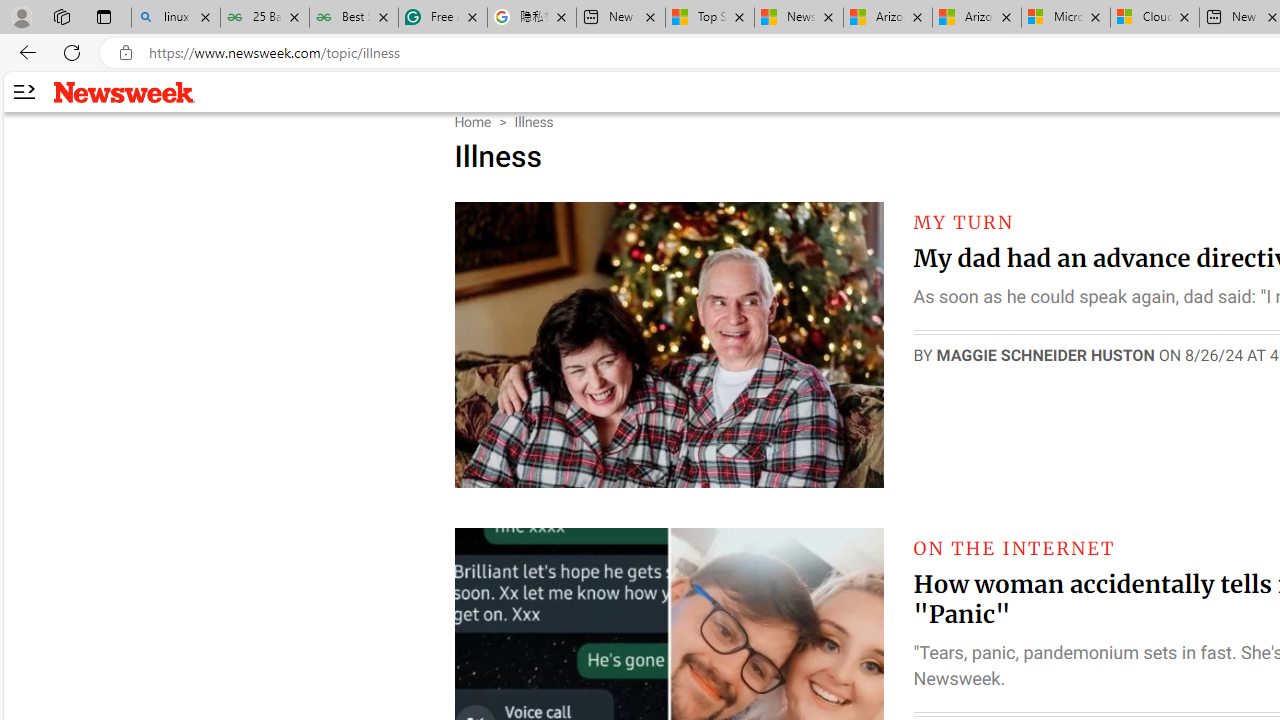 The image size is (1280, 720). Describe the element at coordinates (1155, 17) in the screenshot. I see `'Cloud Computing Services | Microsoft Azure'` at that location.